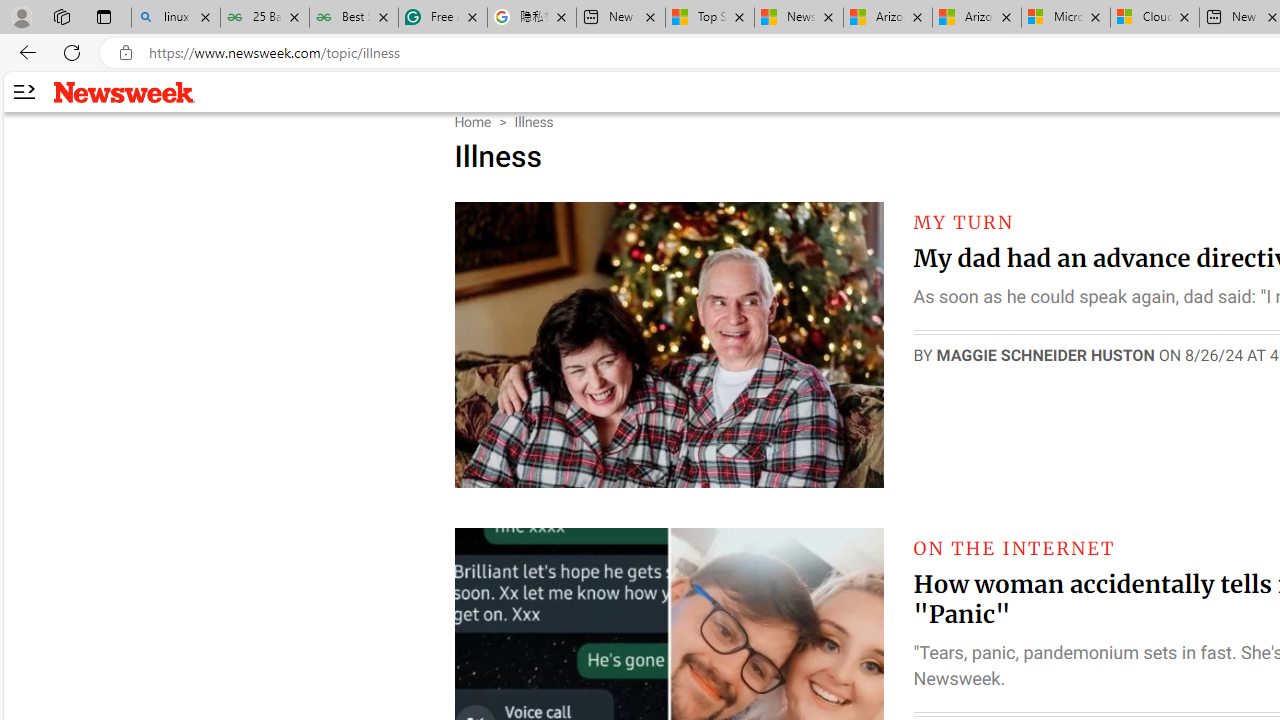 The image size is (1280, 720). Describe the element at coordinates (1155, 17) in the screenshot. I see `'Cloud Computing Services | Microsoft Azure'` at that location.